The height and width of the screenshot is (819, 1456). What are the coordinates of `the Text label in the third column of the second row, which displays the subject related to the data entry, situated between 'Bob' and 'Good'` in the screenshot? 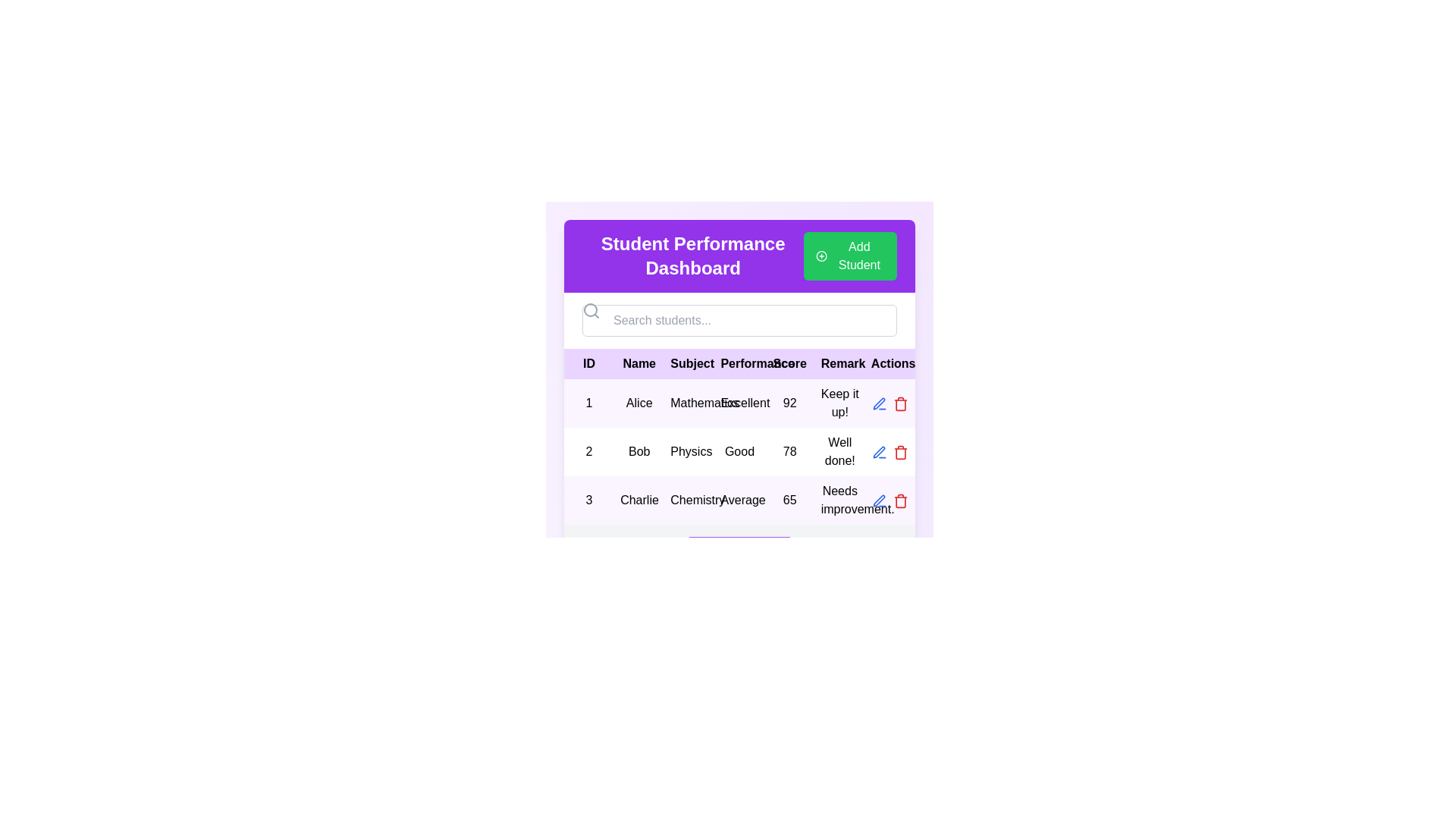 It's located at (689, 451).